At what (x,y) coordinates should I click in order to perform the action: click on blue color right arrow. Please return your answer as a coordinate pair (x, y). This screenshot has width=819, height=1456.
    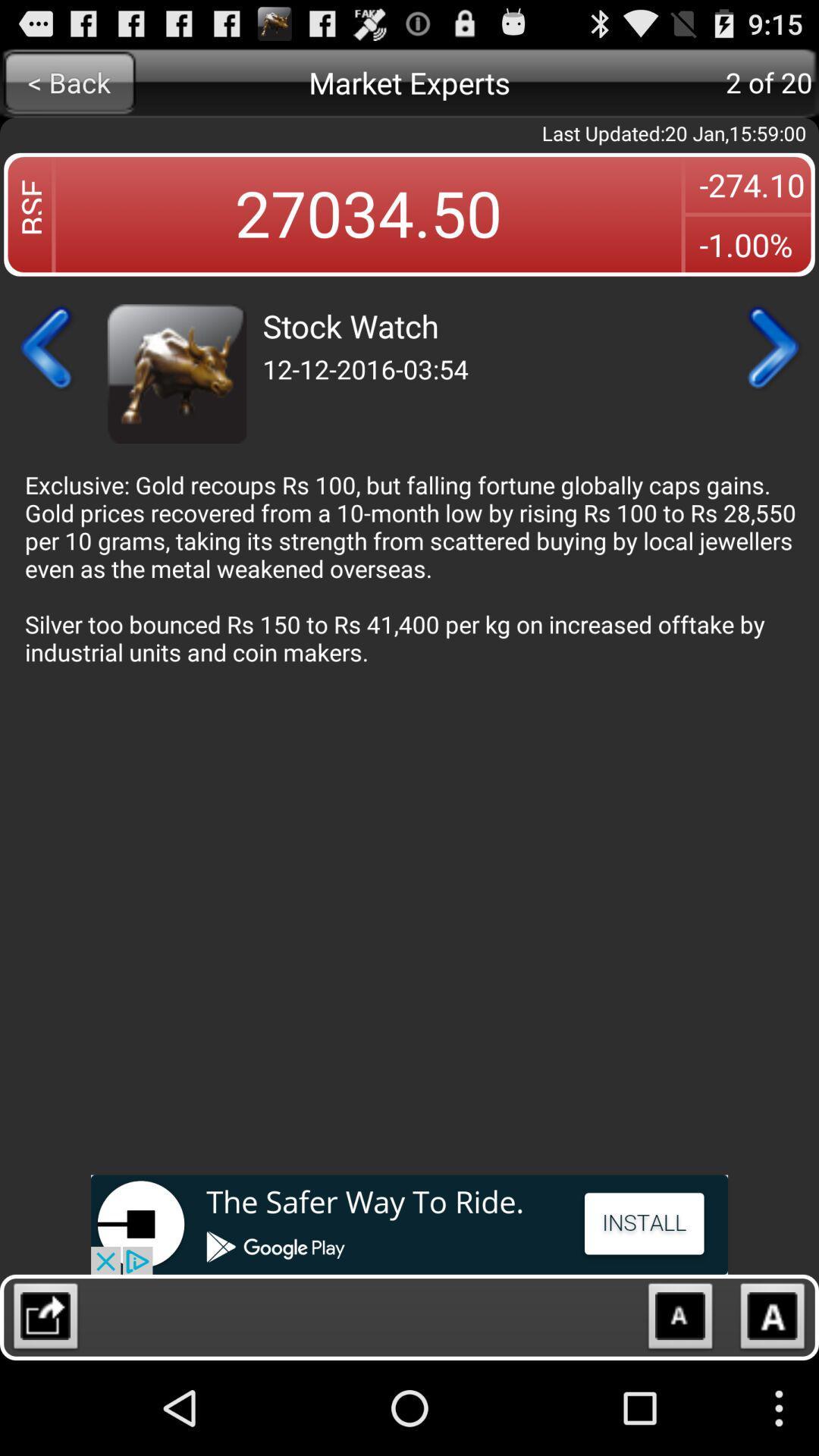
    Looking at the image, I should click on (771, 347).